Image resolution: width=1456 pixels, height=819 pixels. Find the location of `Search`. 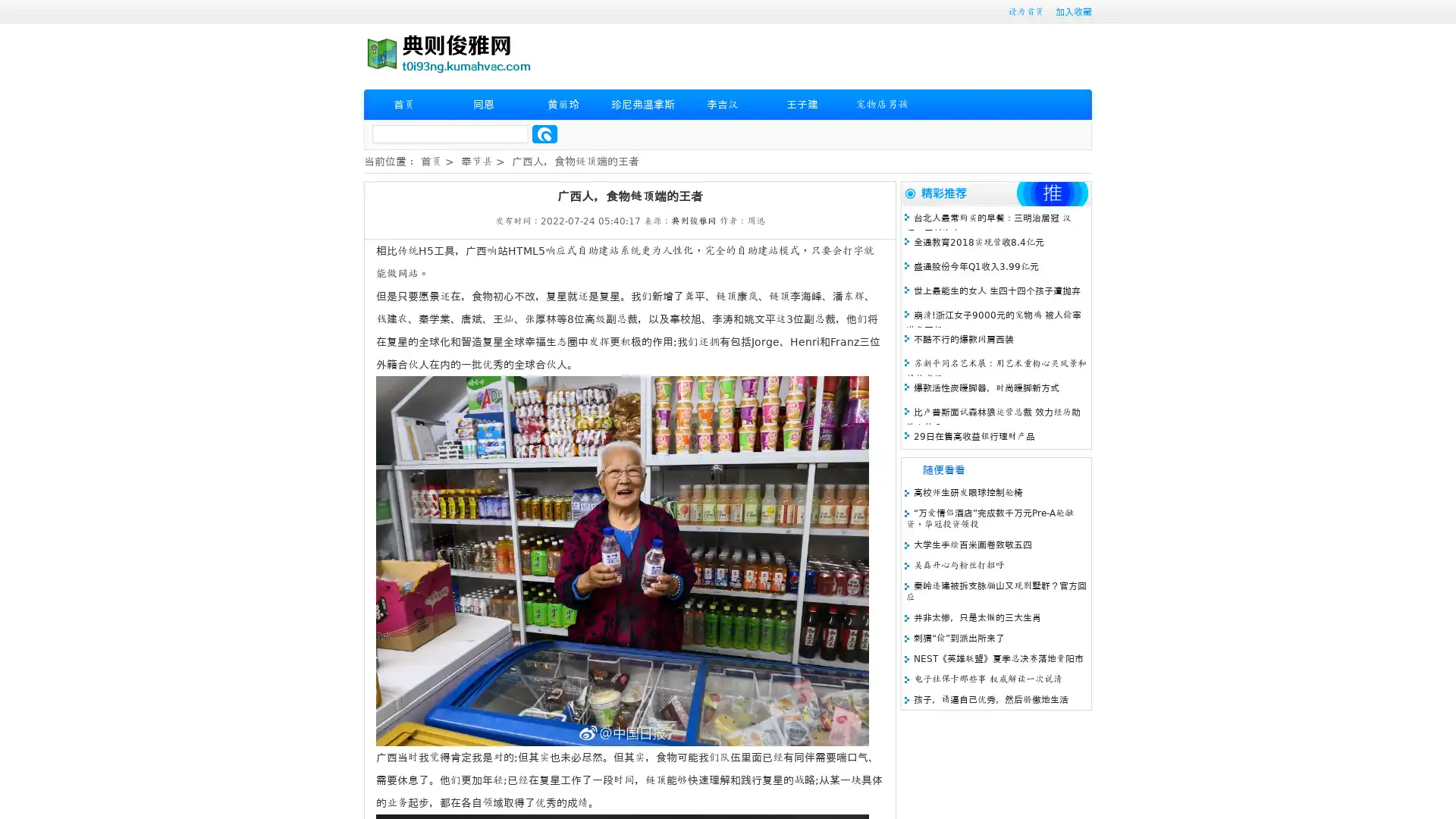

Search is located at coordinates (544, 133).